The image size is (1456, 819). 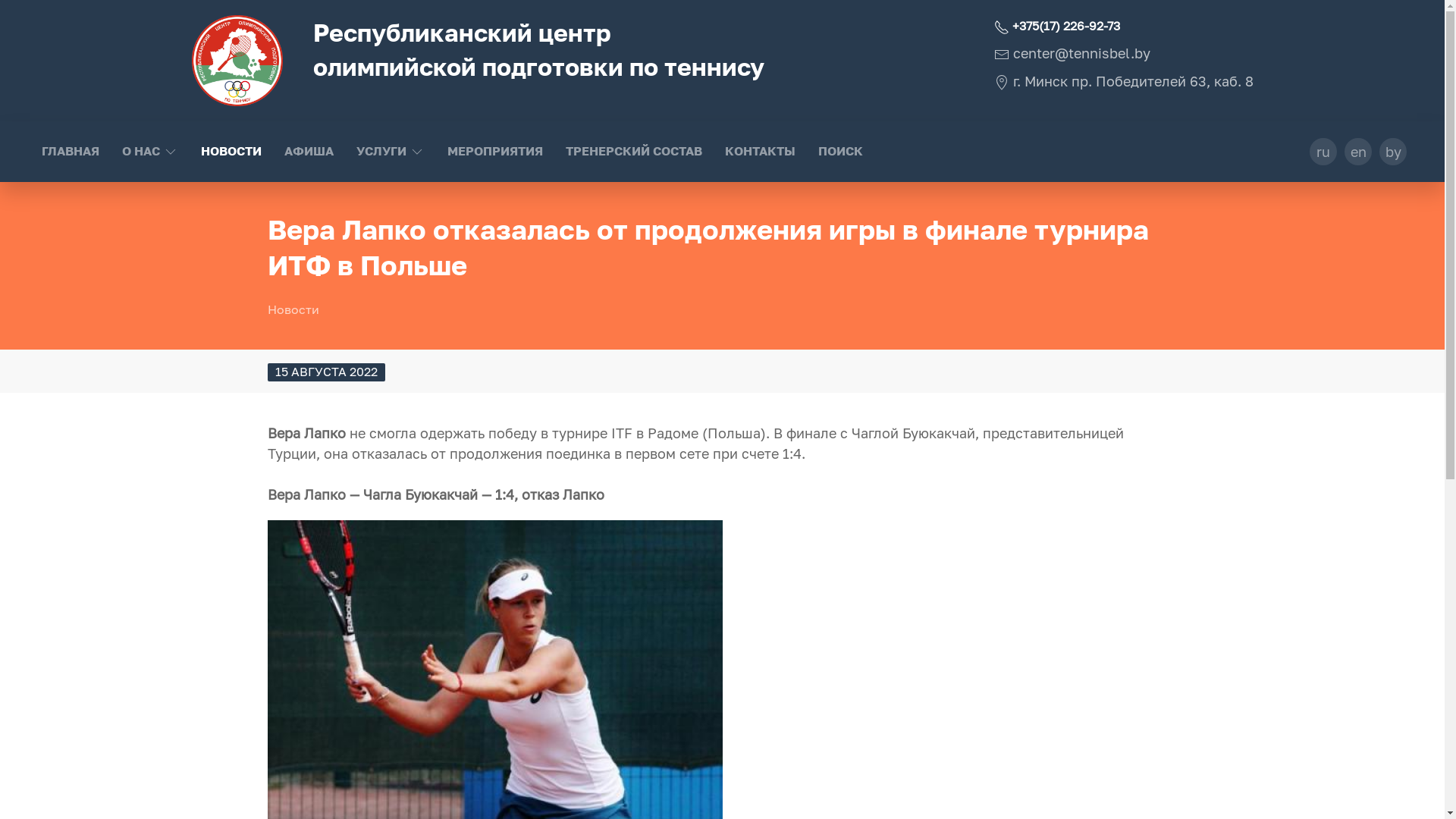 I want to click on 'ru', so click(x=1323, y=152).